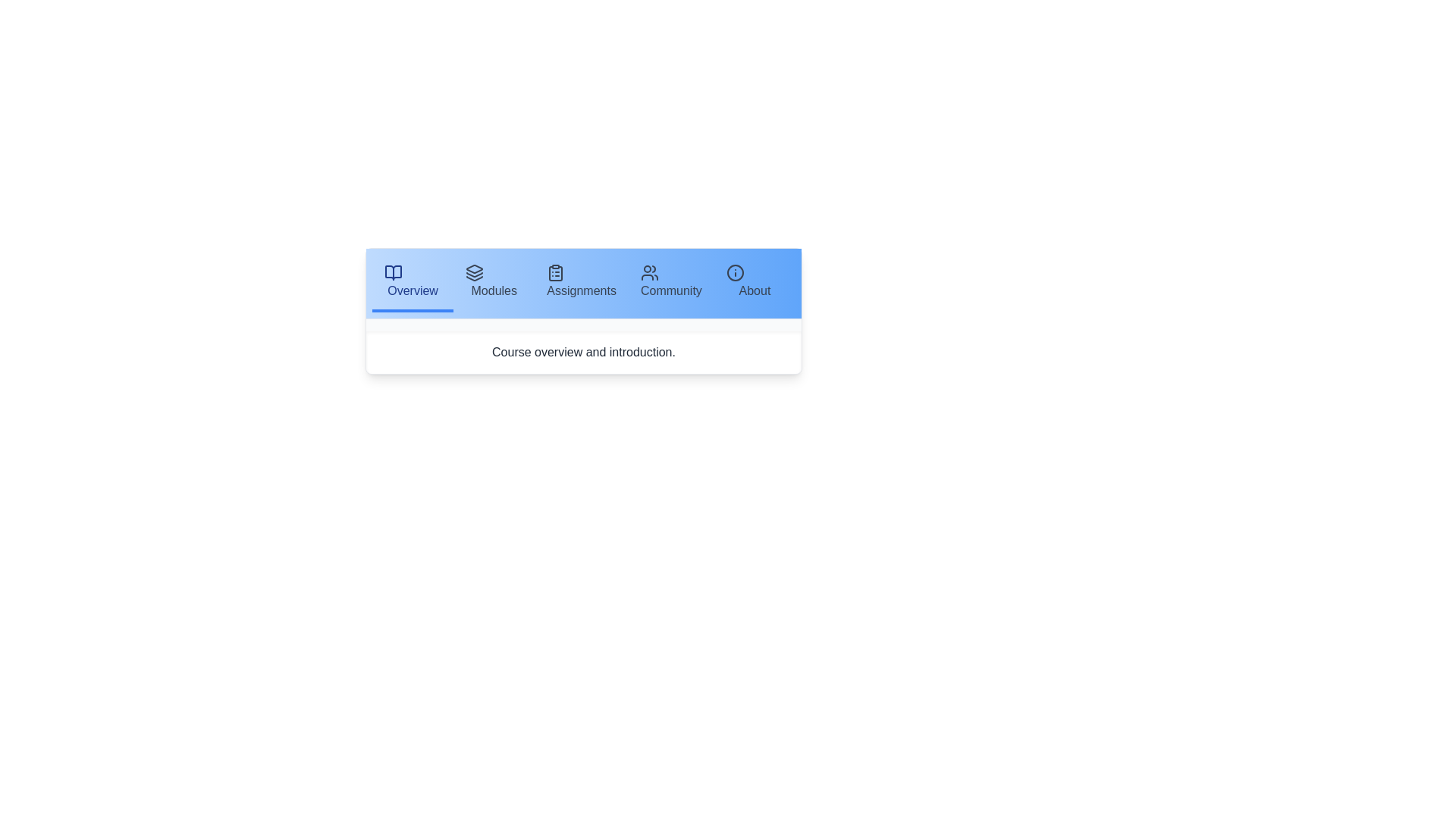  I want to click on the second navigation tab in the horizontal navigation bar, so click(494, 284).